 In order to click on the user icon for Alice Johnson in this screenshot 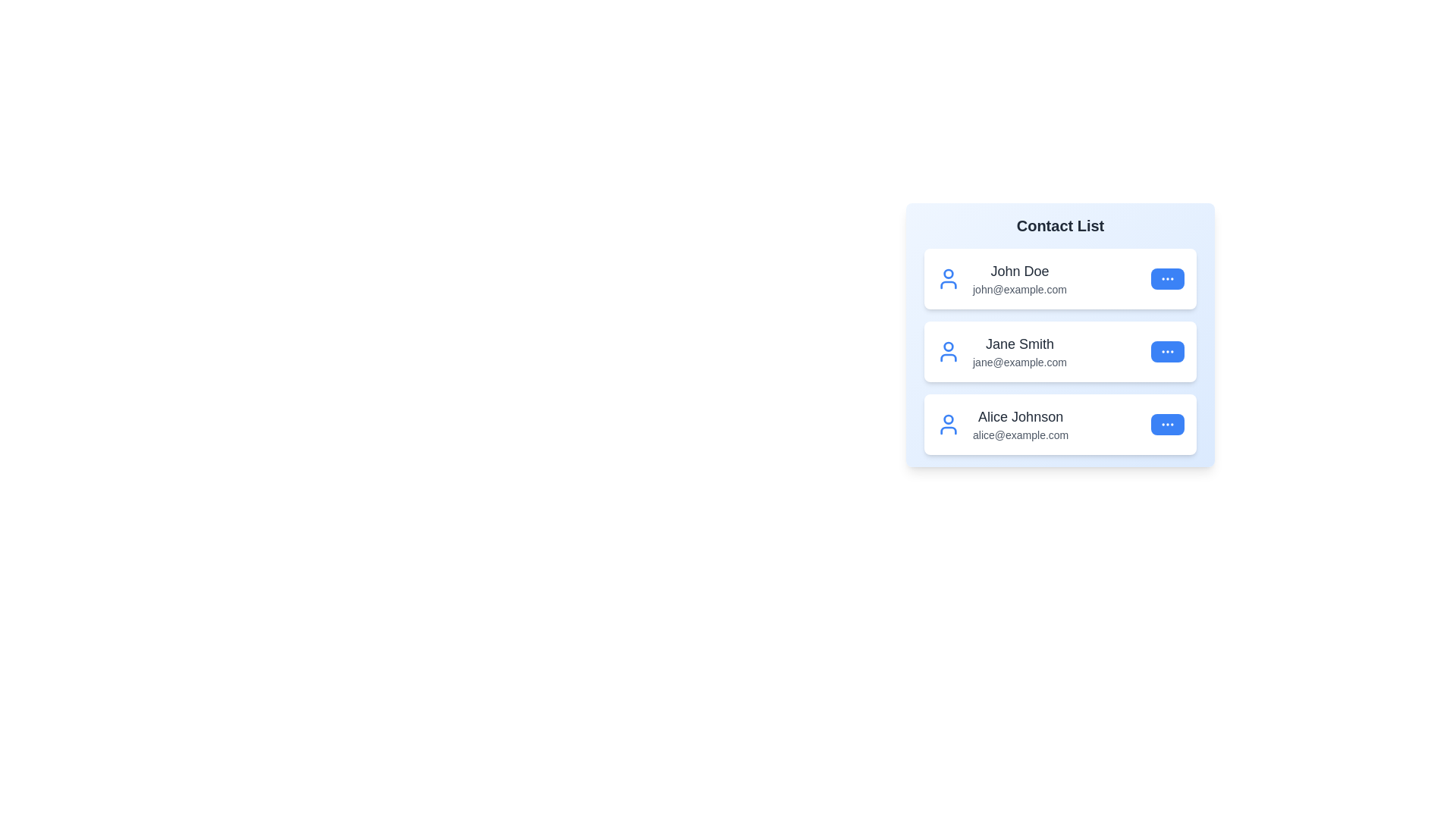, I will do `click(948, 424)`.